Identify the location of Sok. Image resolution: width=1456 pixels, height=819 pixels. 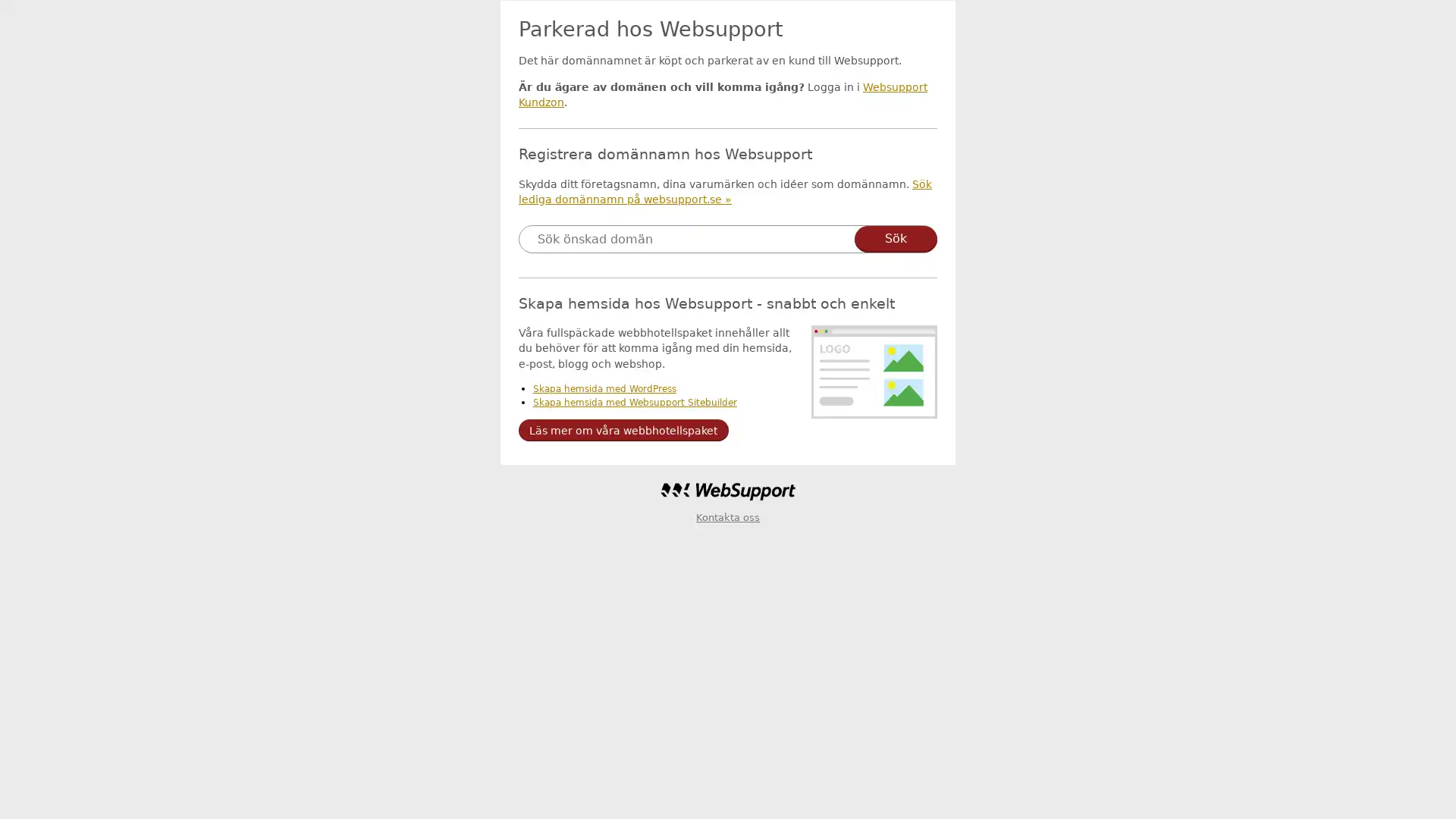
(896, 239).